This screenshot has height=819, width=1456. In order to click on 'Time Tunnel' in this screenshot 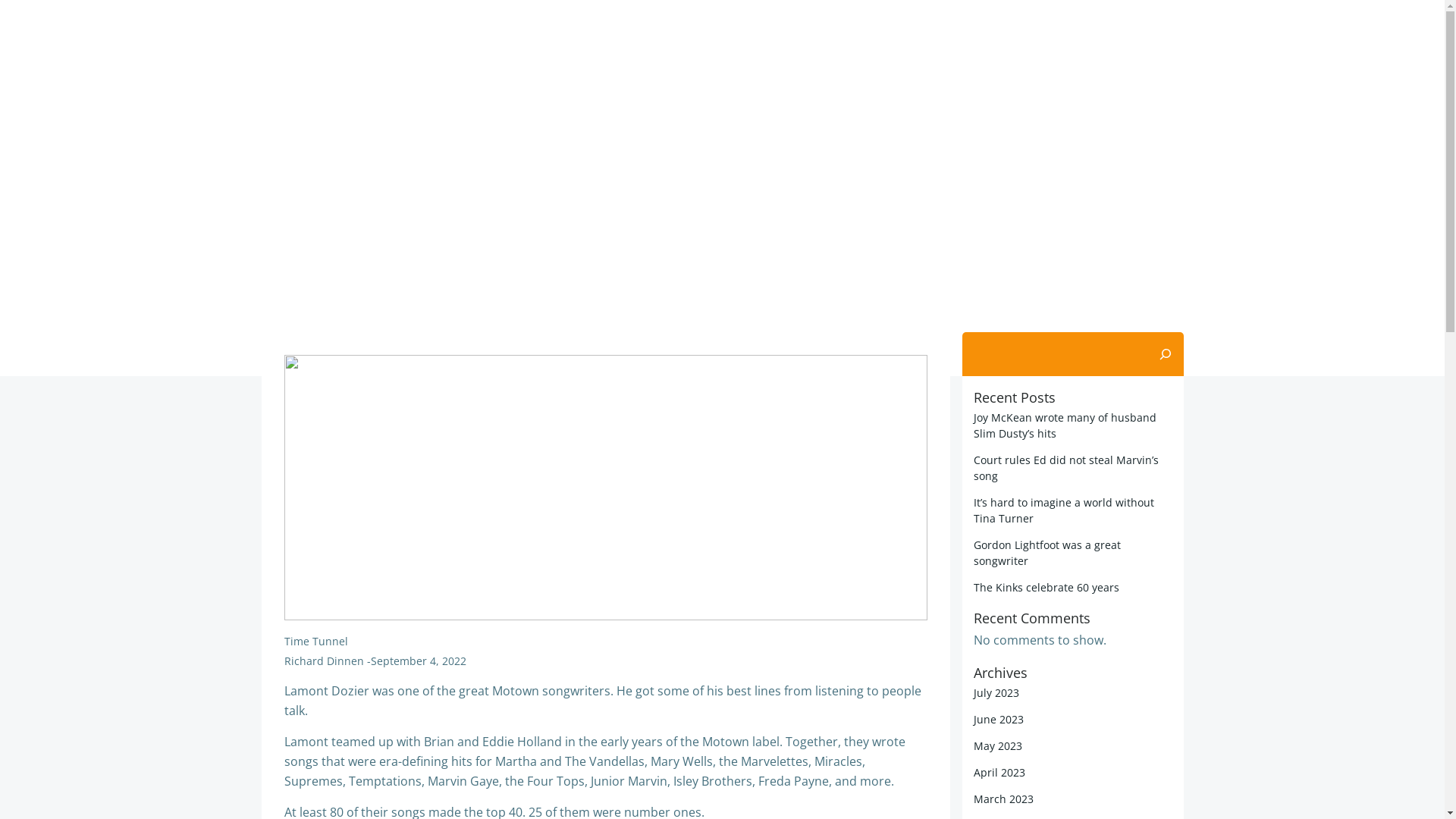, I will do `click(315, 641)`.